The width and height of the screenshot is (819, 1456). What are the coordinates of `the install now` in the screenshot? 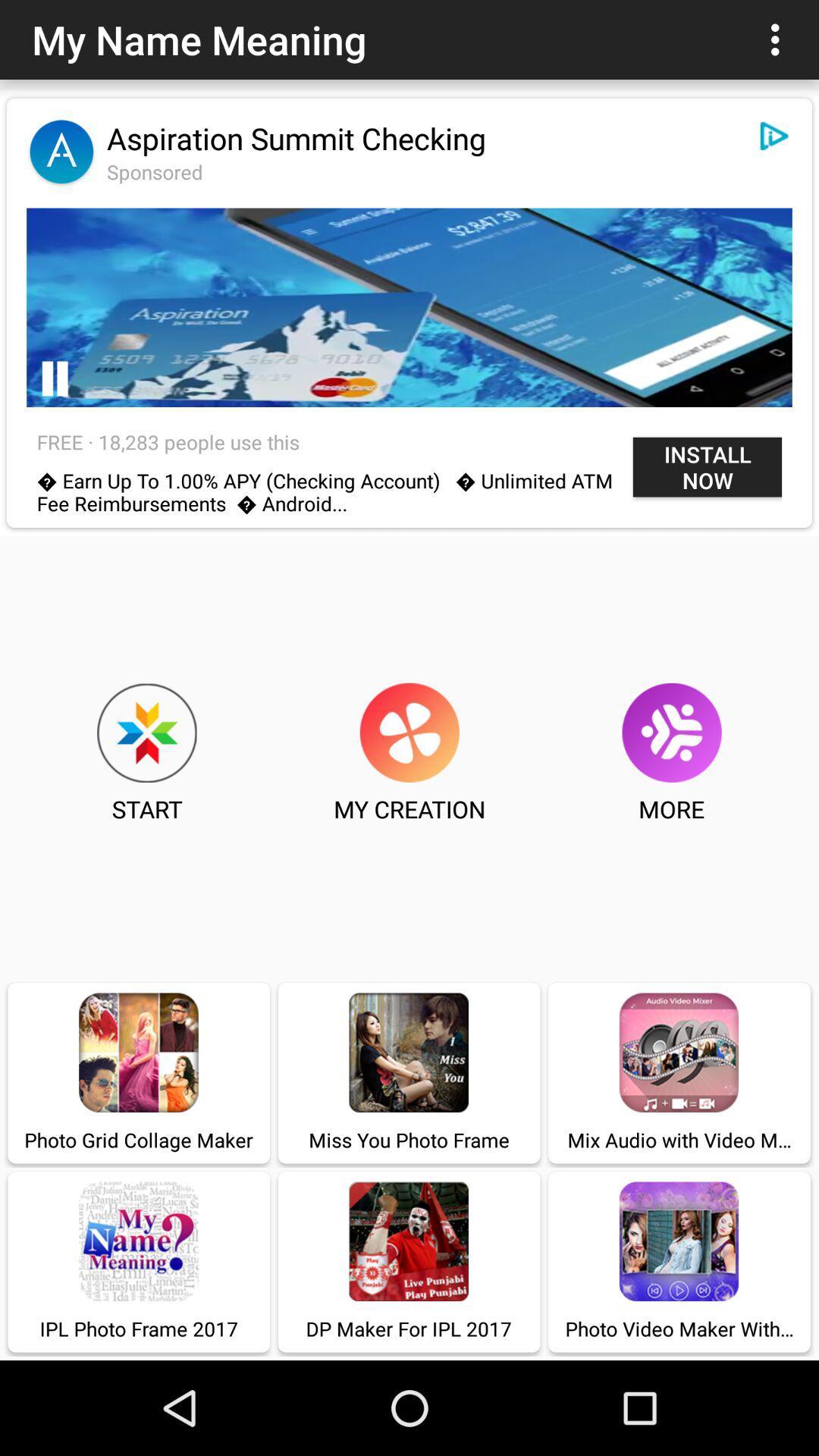 It's located at (708, 466).